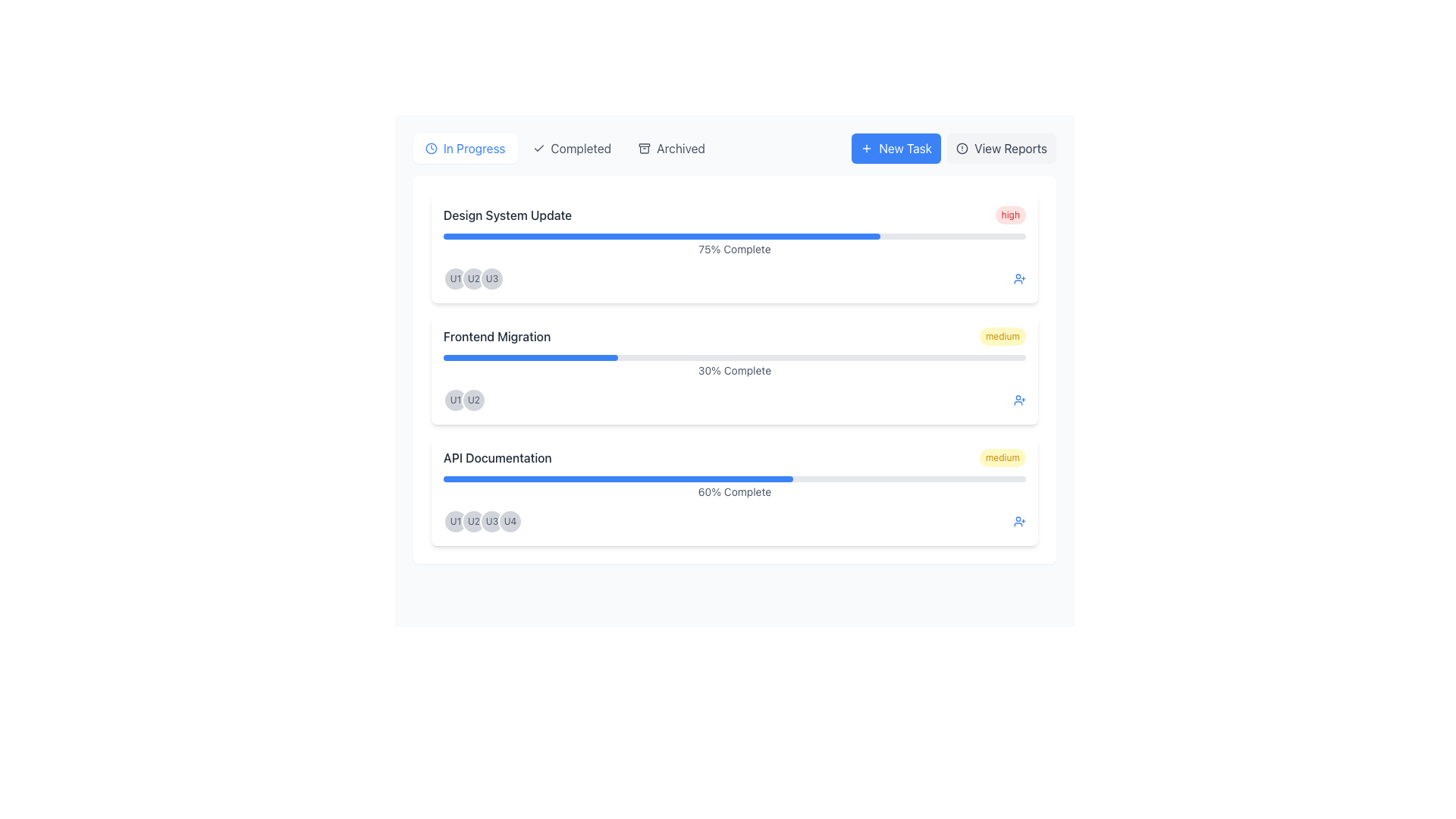 The image size is (1456, 819). What do you see at coordinates (962, 149) in the screenshot?
I see `the SVG circle element, which is a circular graphic with a central small circle inside a larger circular outline, located in the top center section of the interface near the task progress bar labeled '75% Complete'` at bounding box center [962, 149].